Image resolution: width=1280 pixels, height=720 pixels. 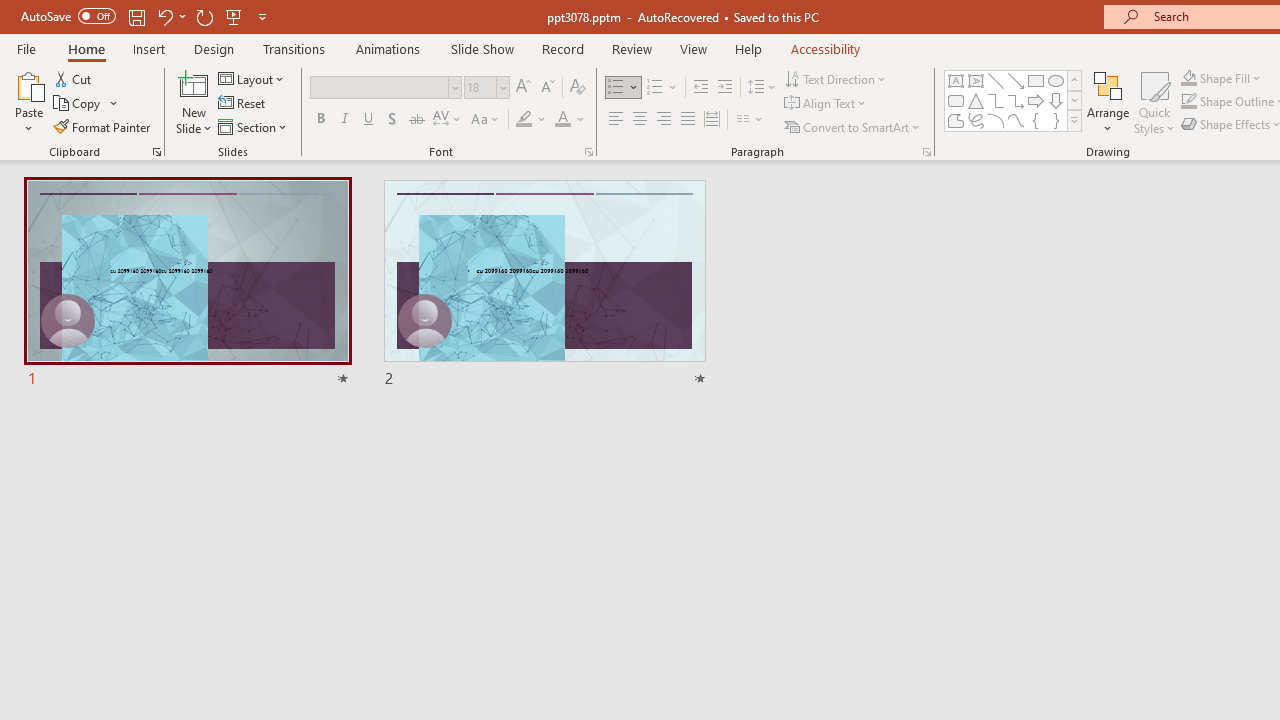 I want to click on 'Section', so click(x=253, y=127).